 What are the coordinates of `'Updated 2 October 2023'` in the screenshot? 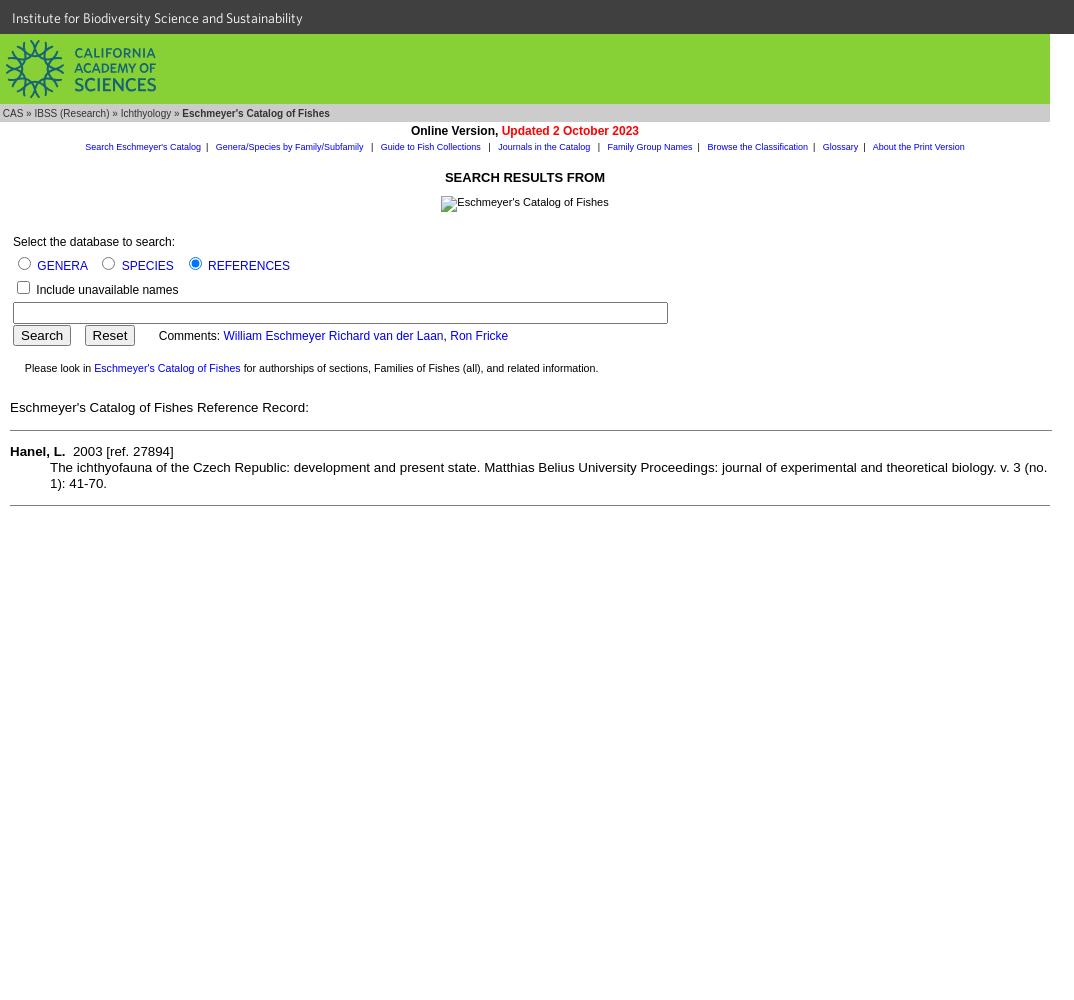 It's located at (568, 131).